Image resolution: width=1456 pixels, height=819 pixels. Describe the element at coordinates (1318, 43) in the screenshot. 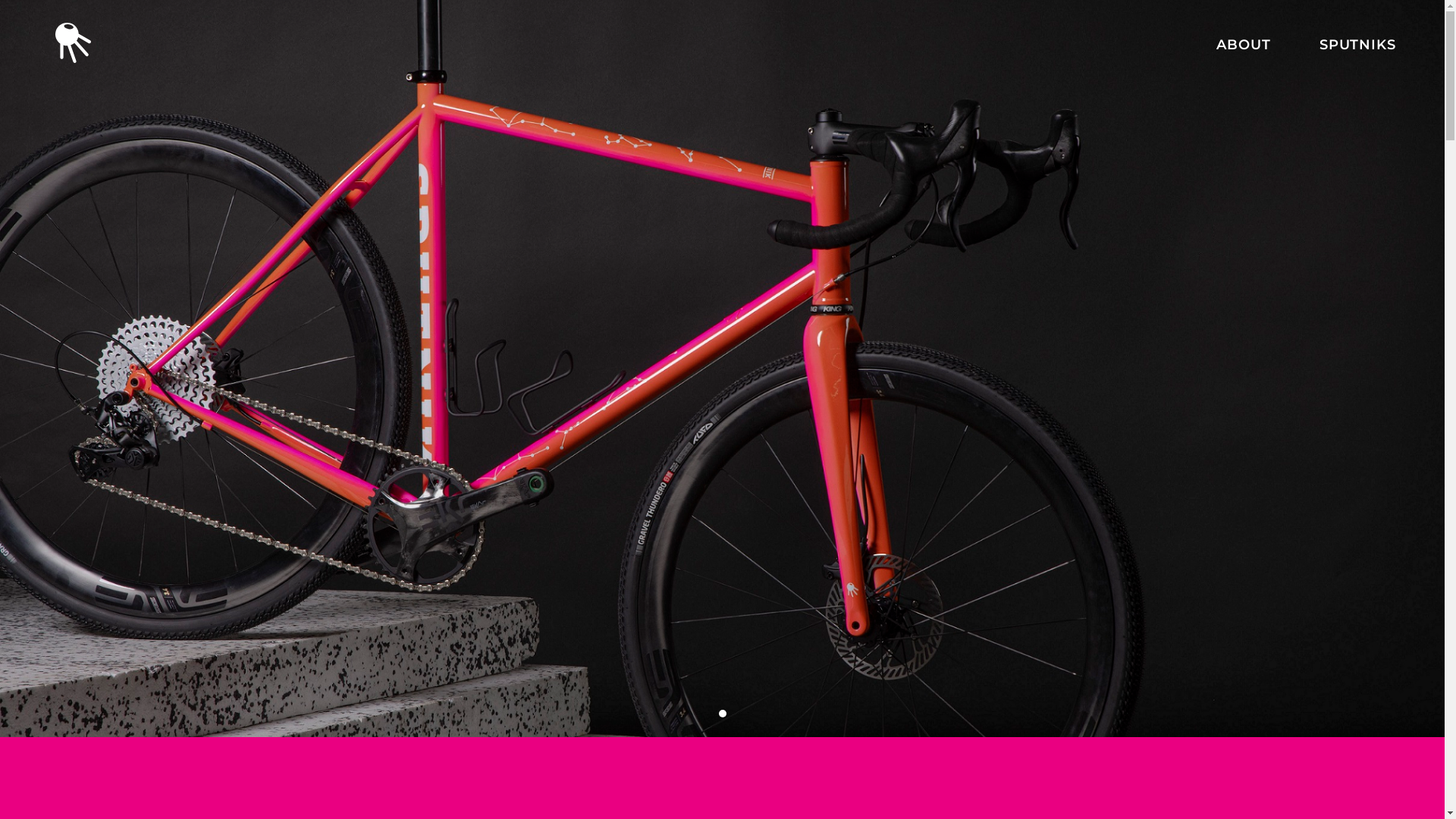

I see `'SPUTNIKS'` at that location.